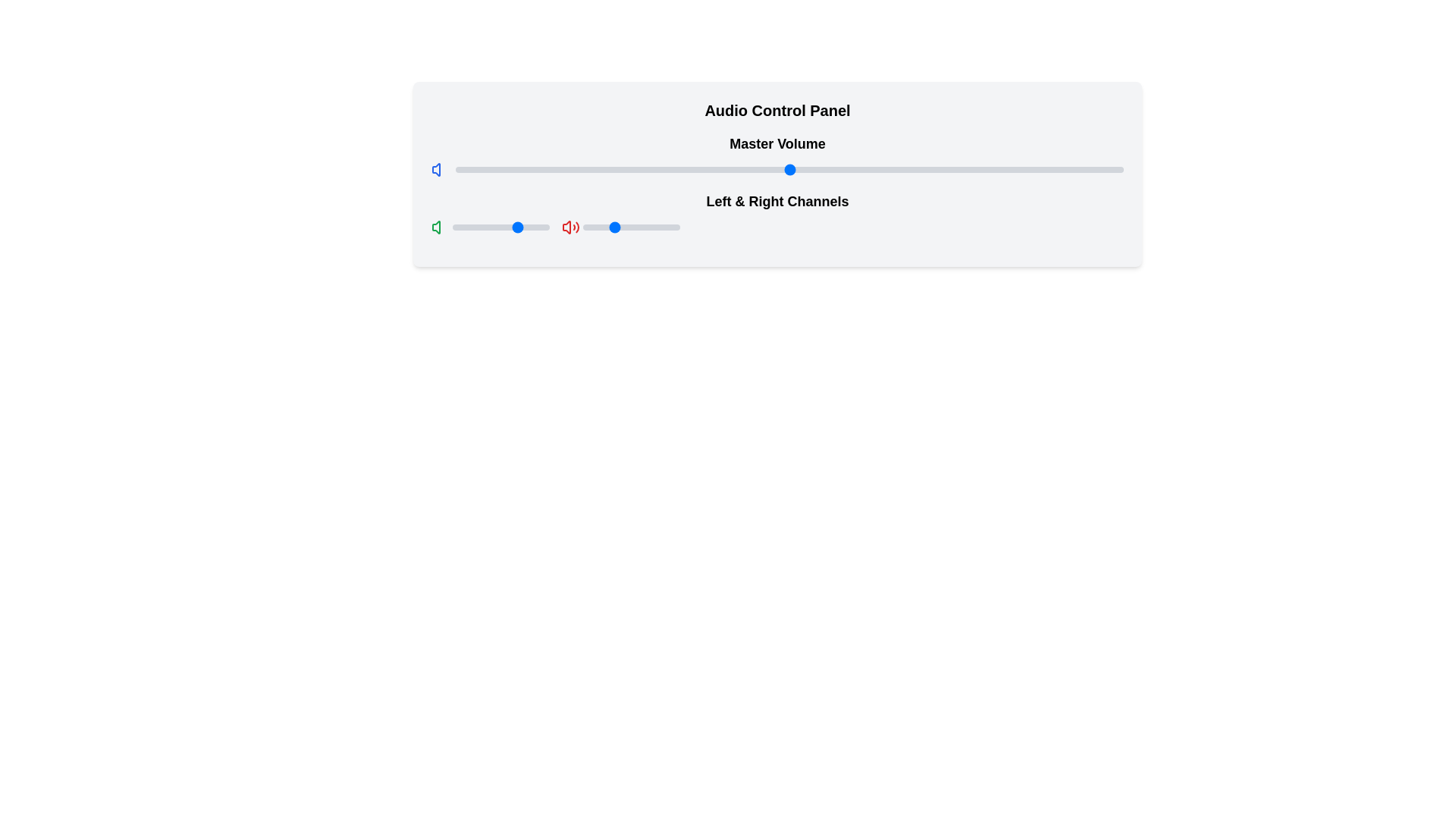  What do you see at coordinates (883, 169) in the screenshot?
I see `the master volume level` at bounding box center [883, 169].